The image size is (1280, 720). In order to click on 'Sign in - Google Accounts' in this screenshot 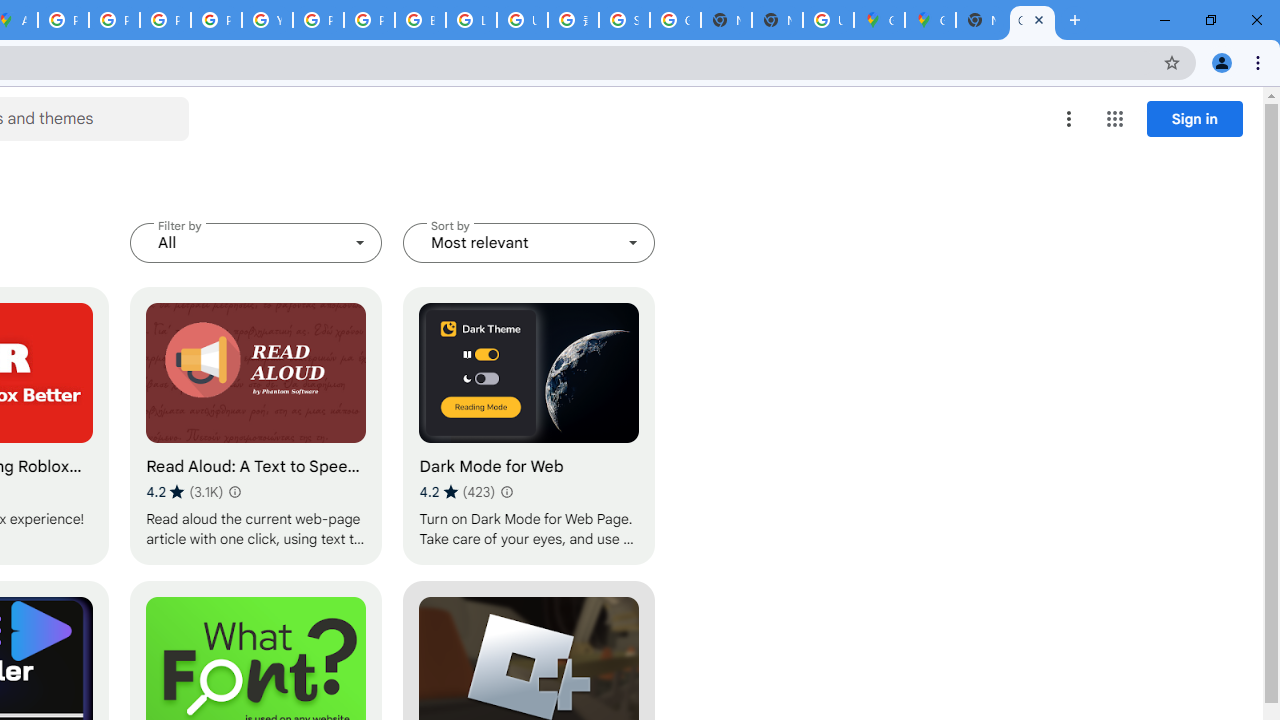, I will do `click(623, 20)`.